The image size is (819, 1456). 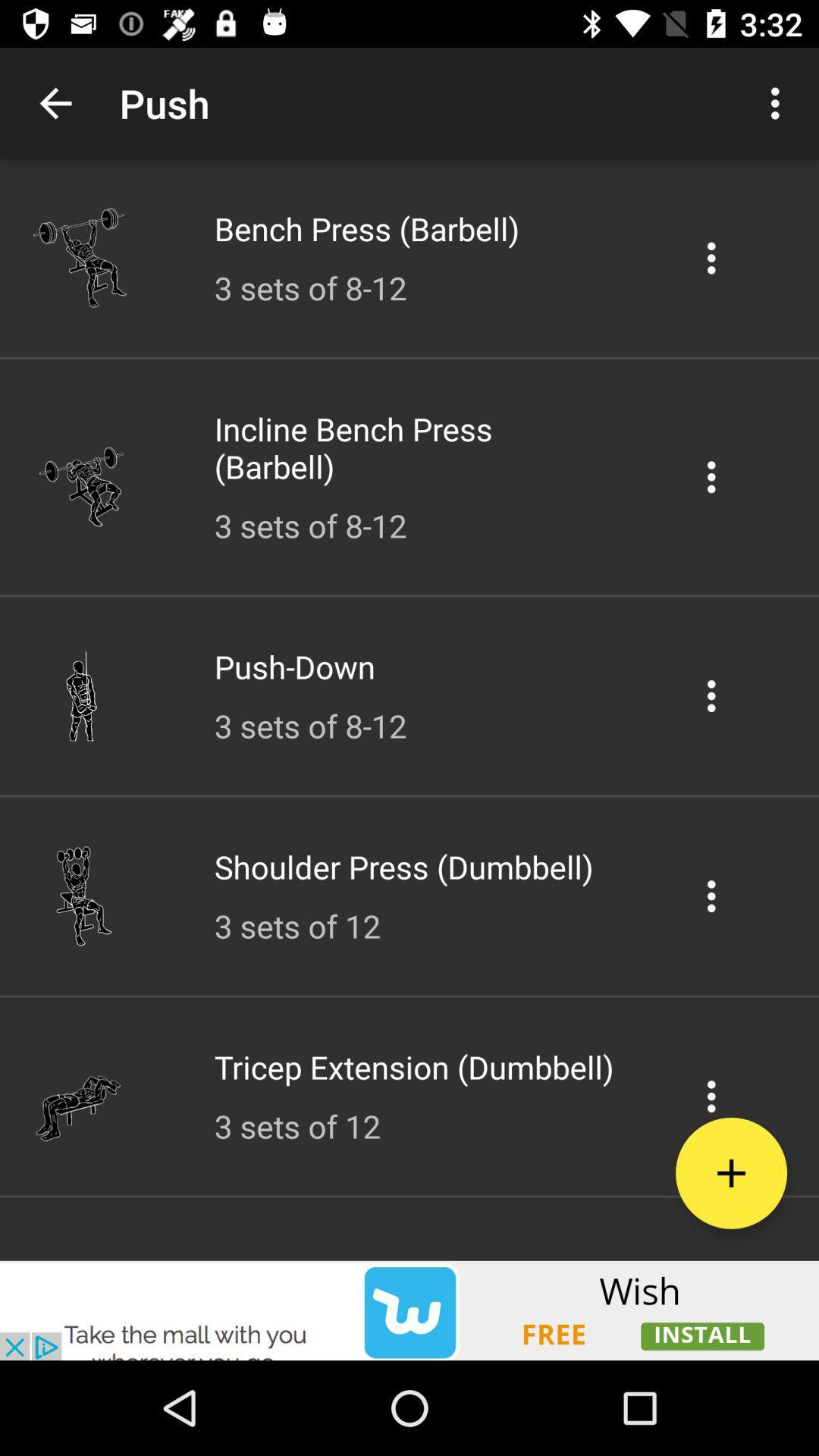 What do you see at coordinates (711, 258) in the screenshot?
I see `setting` at bounding box center [711, 258].